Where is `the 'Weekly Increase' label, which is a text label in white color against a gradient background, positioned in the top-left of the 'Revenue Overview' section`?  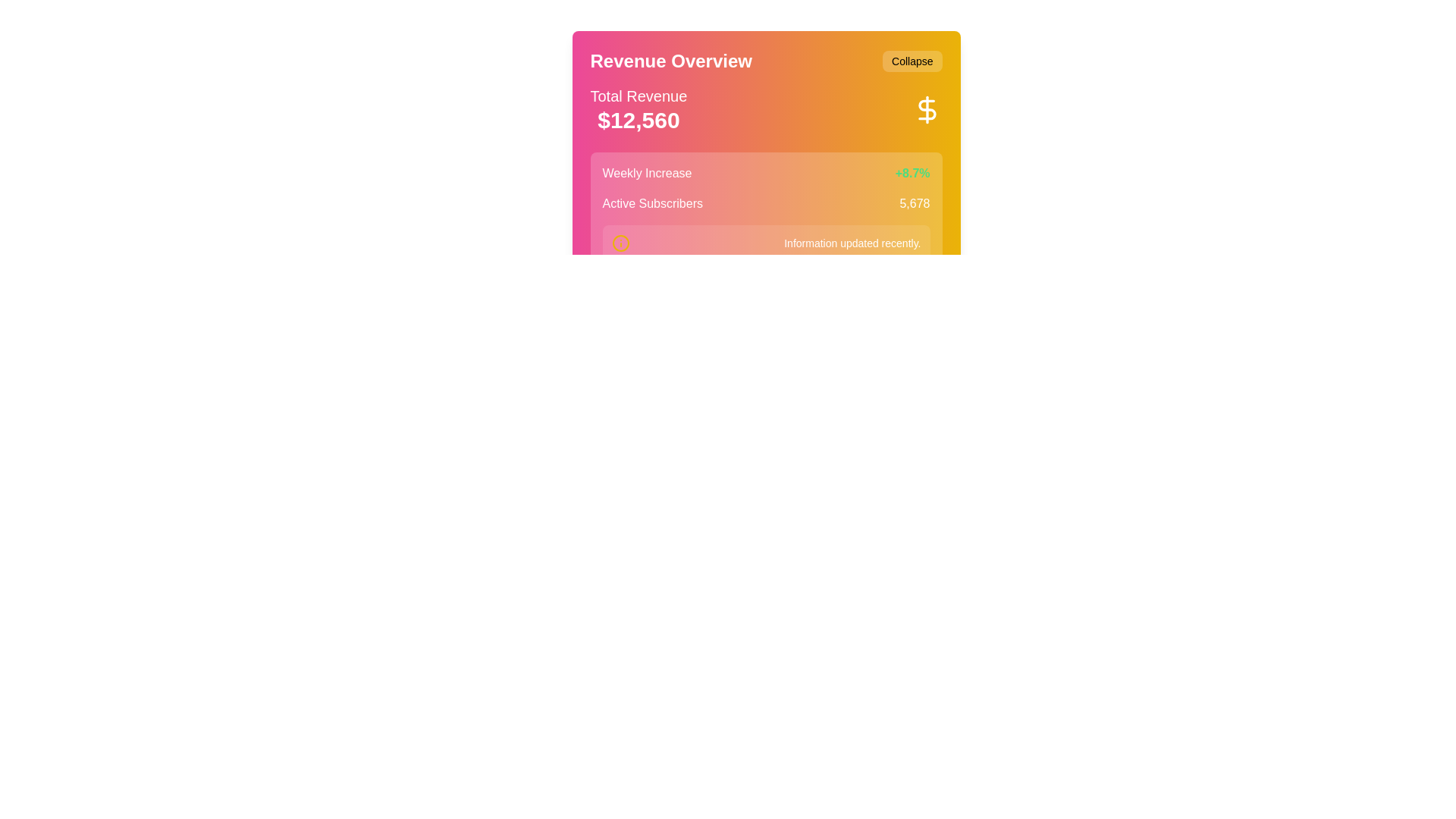
the 'Weekly Increase' label, which is a text label in white color against a gradient background, positioned in the top-left of the 'Revenue Overview' section is located at coordinates (647, 172).